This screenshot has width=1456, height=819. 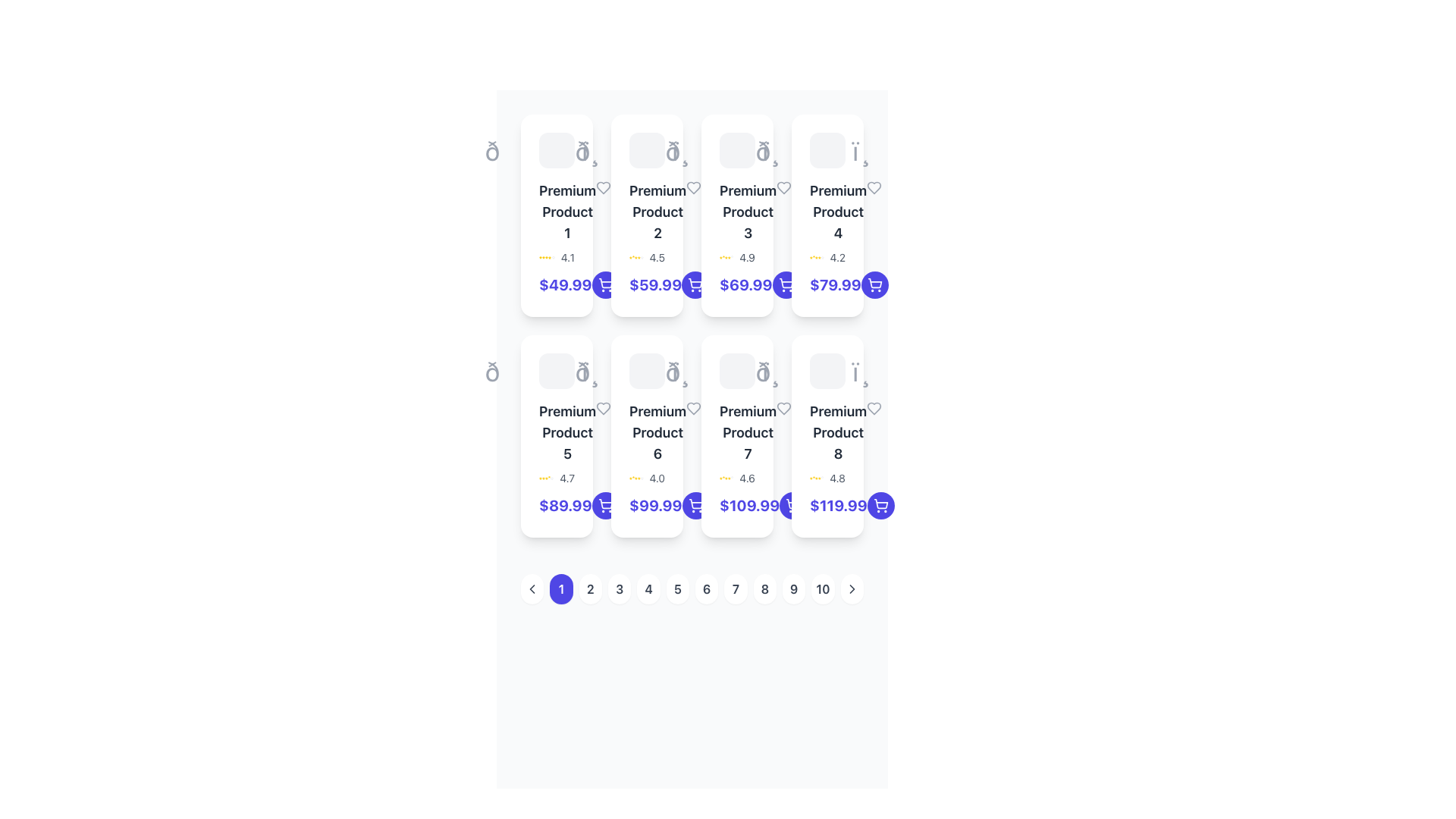 What do you see at coordinates (636, 479) in the screenshot?
I see `the fourth yellow star icon in the rating group next to the numeric rating '4.0' for the product 'Premium Product 6'` at bounding box center [636, 479].